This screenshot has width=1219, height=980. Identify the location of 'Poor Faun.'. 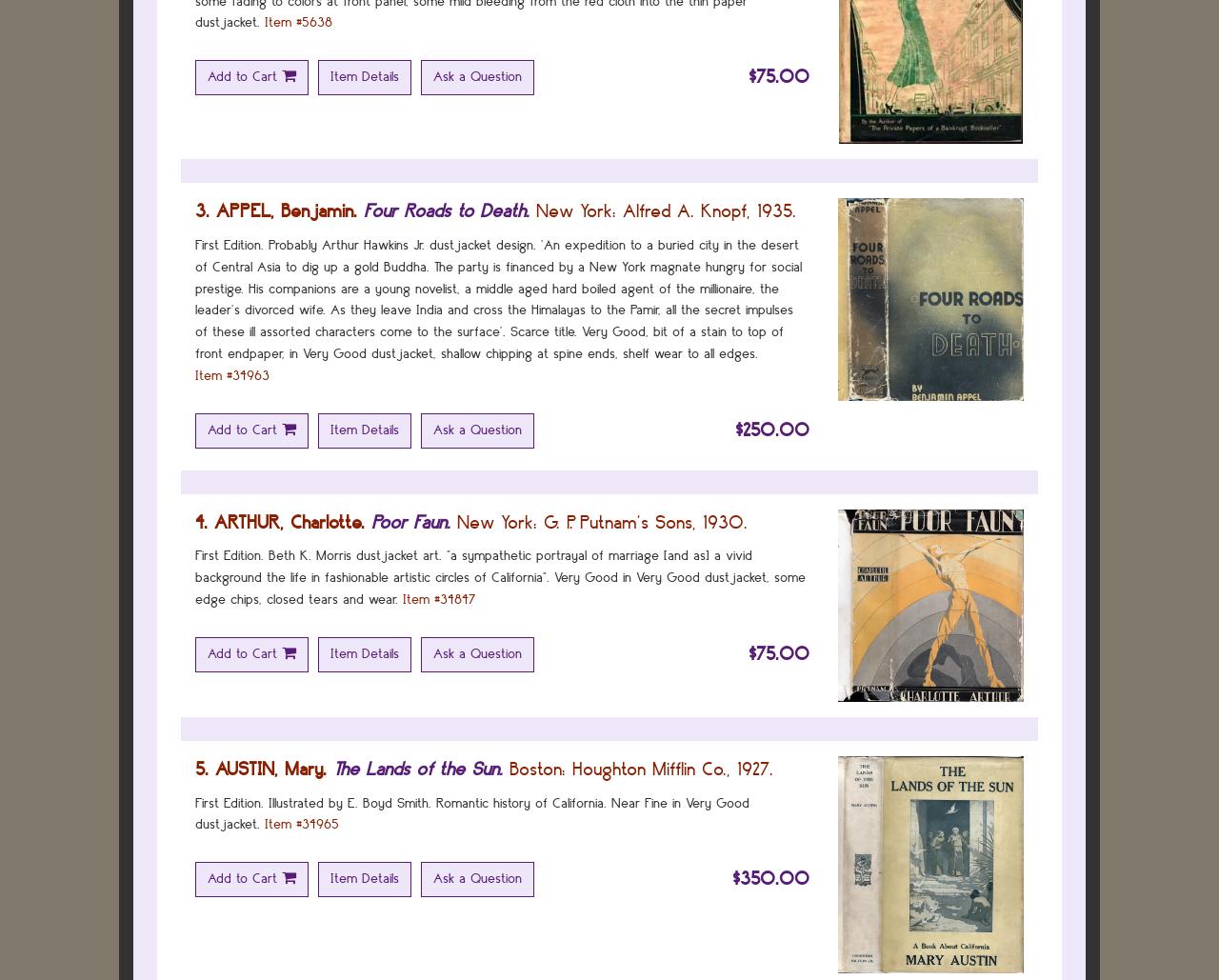
(410, 520).